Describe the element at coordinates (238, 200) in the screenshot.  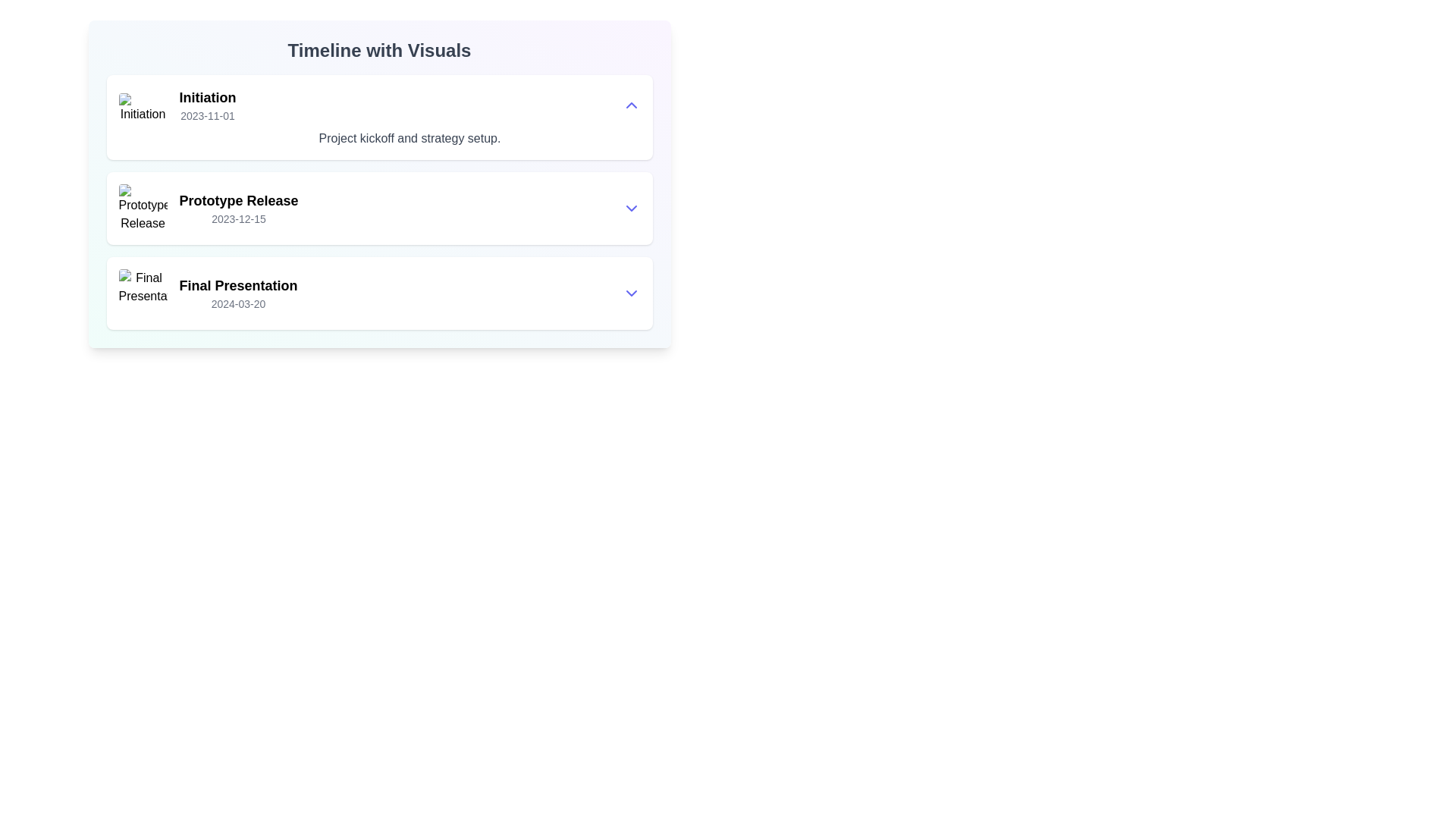
I see `the text label displaying 'Prototype Release', which is styled as a bold heading and centrally aligned within its timeline entry` at that location.